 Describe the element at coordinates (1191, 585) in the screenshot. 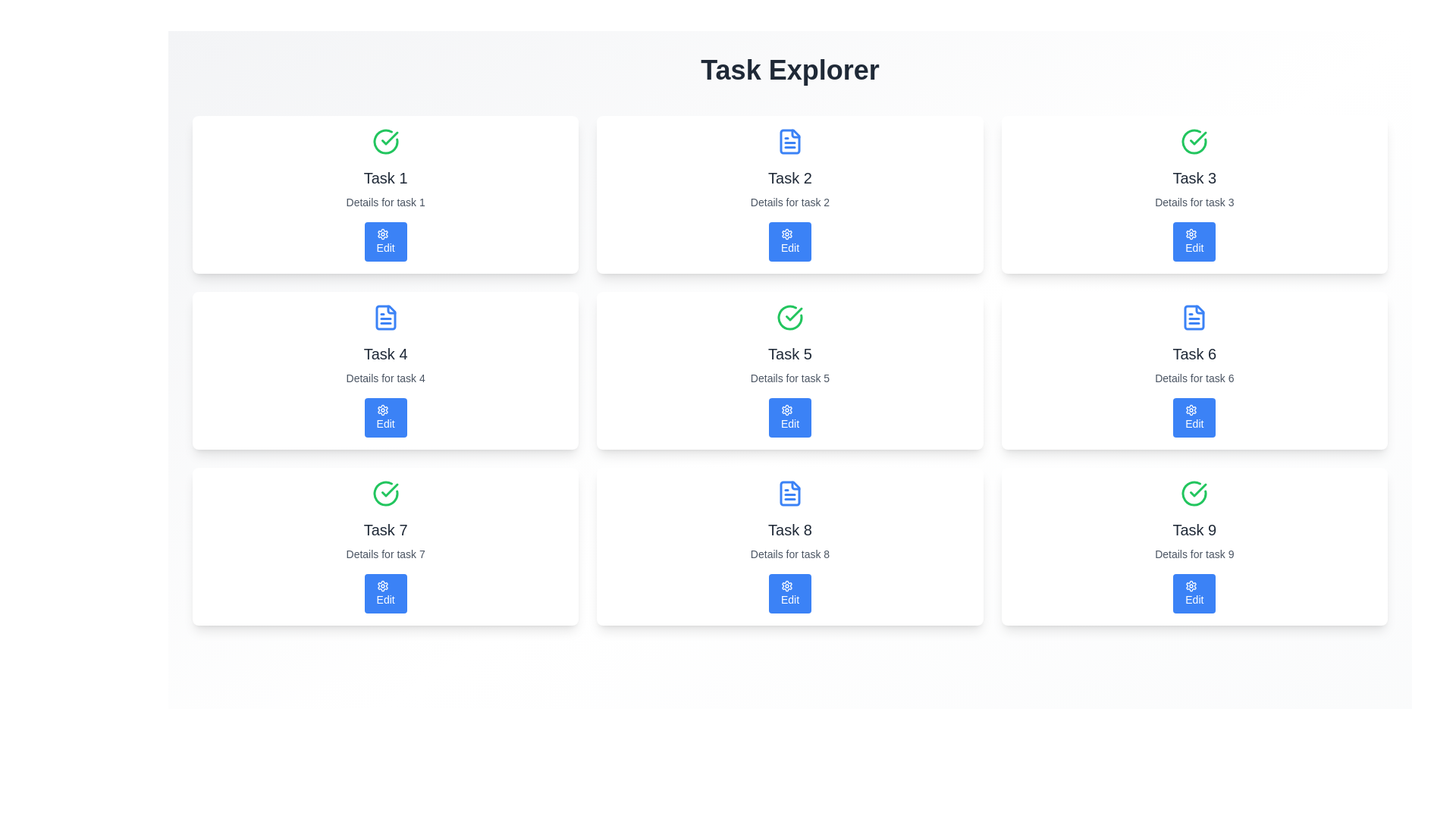

I see `the gear icon located within the blue 'Edit' button in the bottom-right quadrant of the 'Task 7' panel, which signifies the action of editing` at that location.